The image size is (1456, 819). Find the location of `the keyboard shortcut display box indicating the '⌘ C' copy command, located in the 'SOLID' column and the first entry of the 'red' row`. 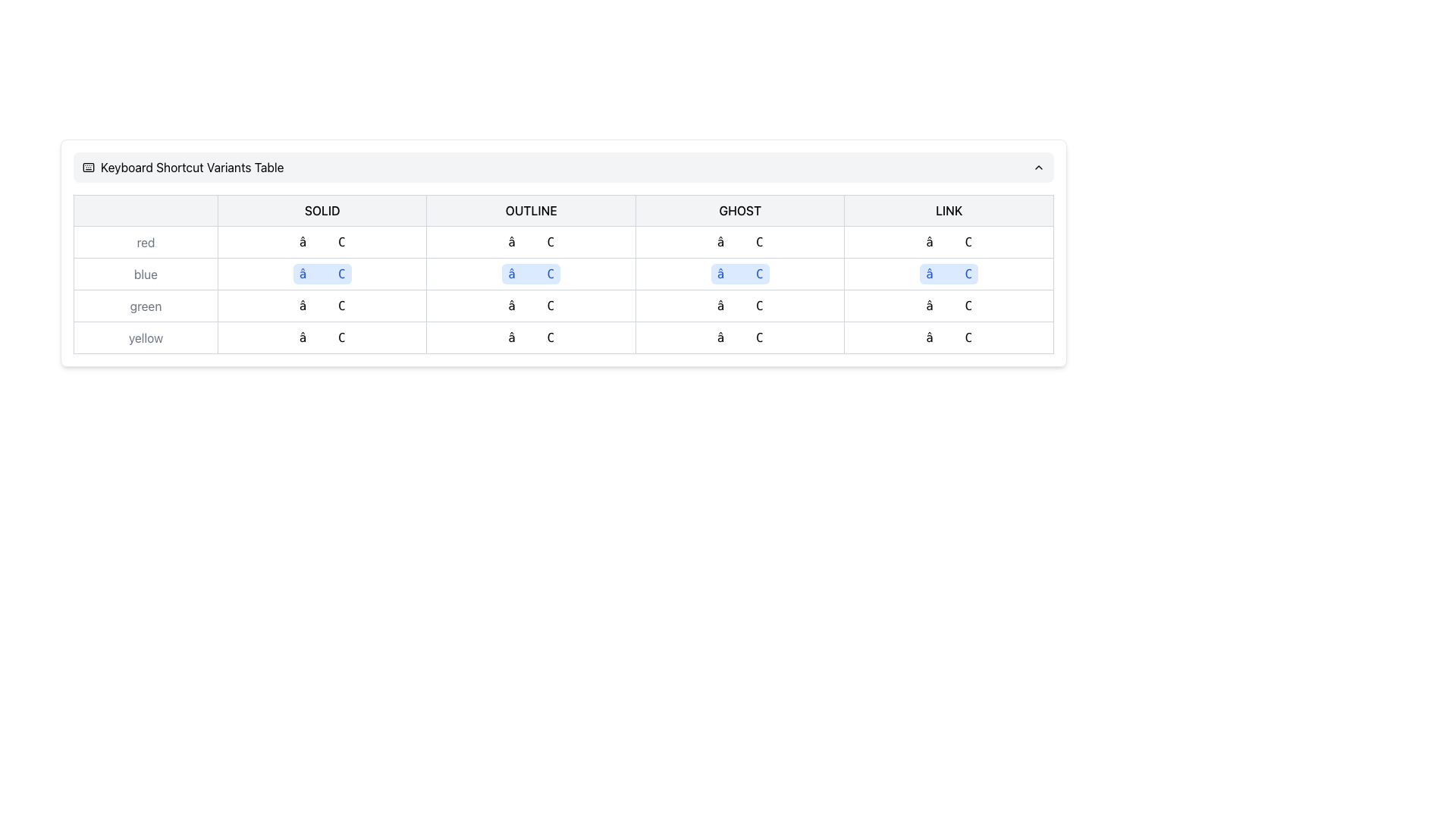

the keyboard shortcut display box indicating the '⌘ C' copy command, located in the 'SOLID' column and the first entry of the 'red' row is located at coordinates (322, 241).